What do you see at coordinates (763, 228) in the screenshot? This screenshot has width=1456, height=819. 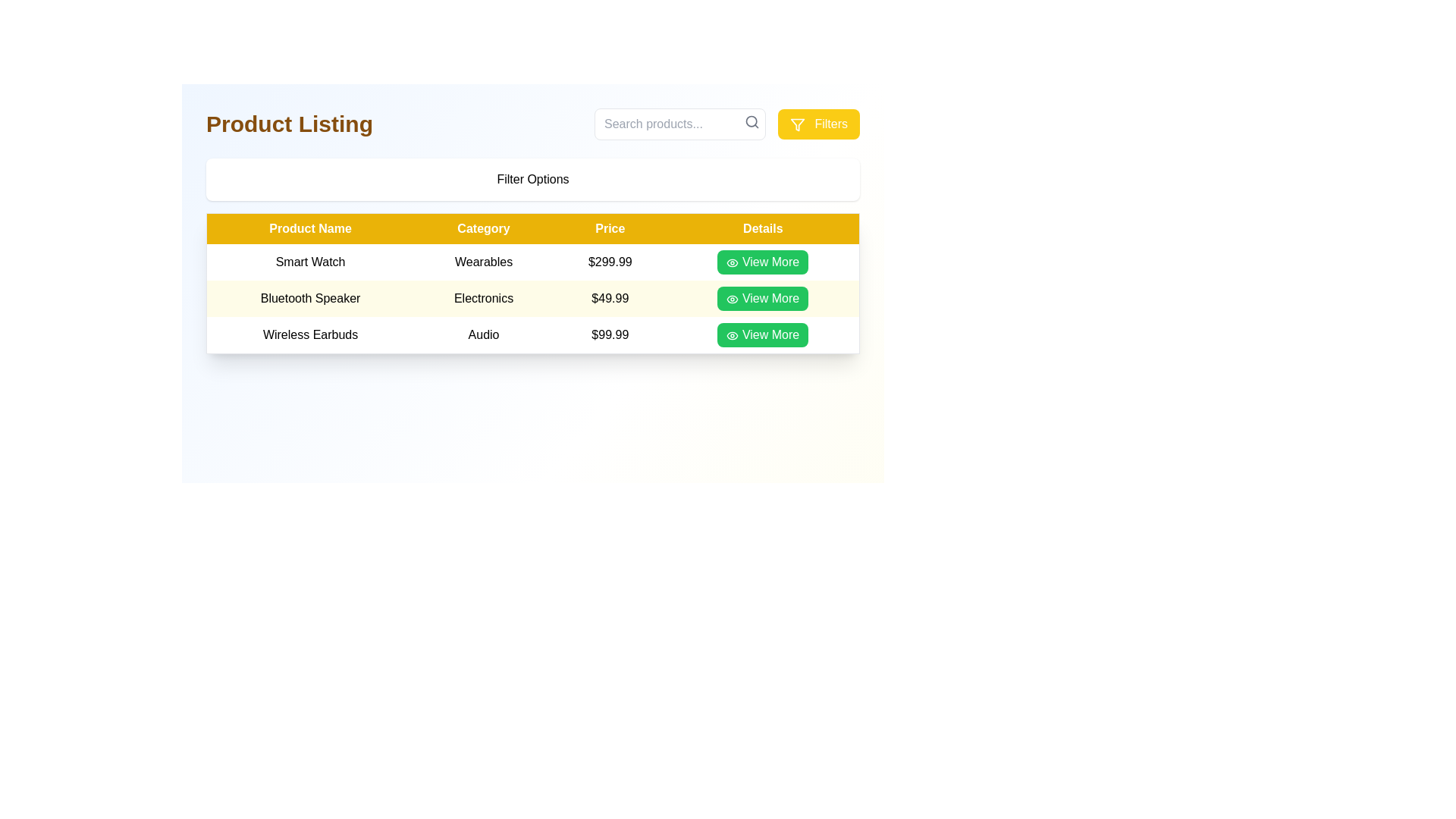 I see `the 'Details' text label located at the far-right end of the yellow header row, which contains the text in white font and has a bold yellow background` at bounding box center [763, 228].